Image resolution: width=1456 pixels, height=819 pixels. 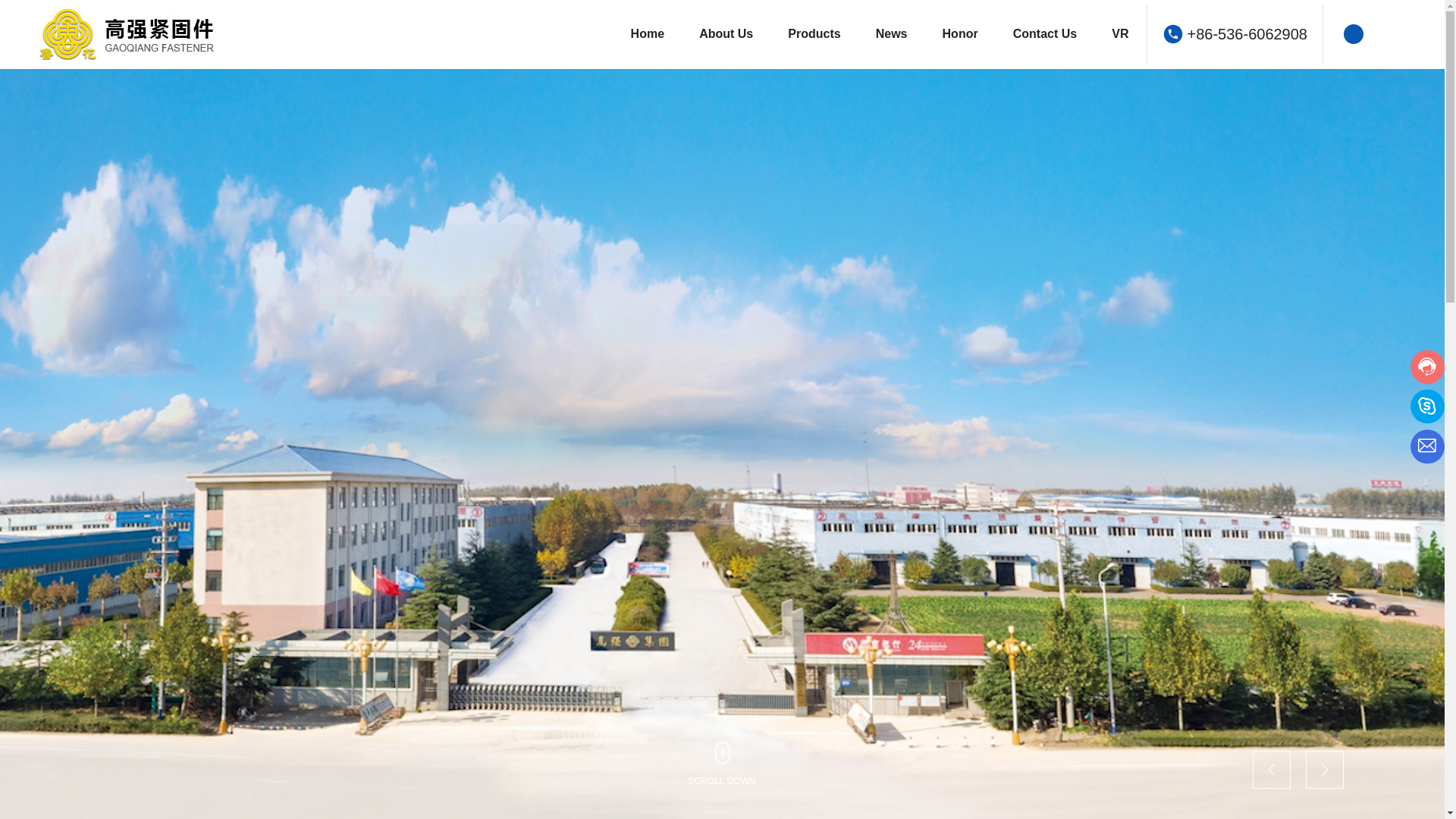 I want to click on '+86-536-6062908', so click(x=1186, y=34).